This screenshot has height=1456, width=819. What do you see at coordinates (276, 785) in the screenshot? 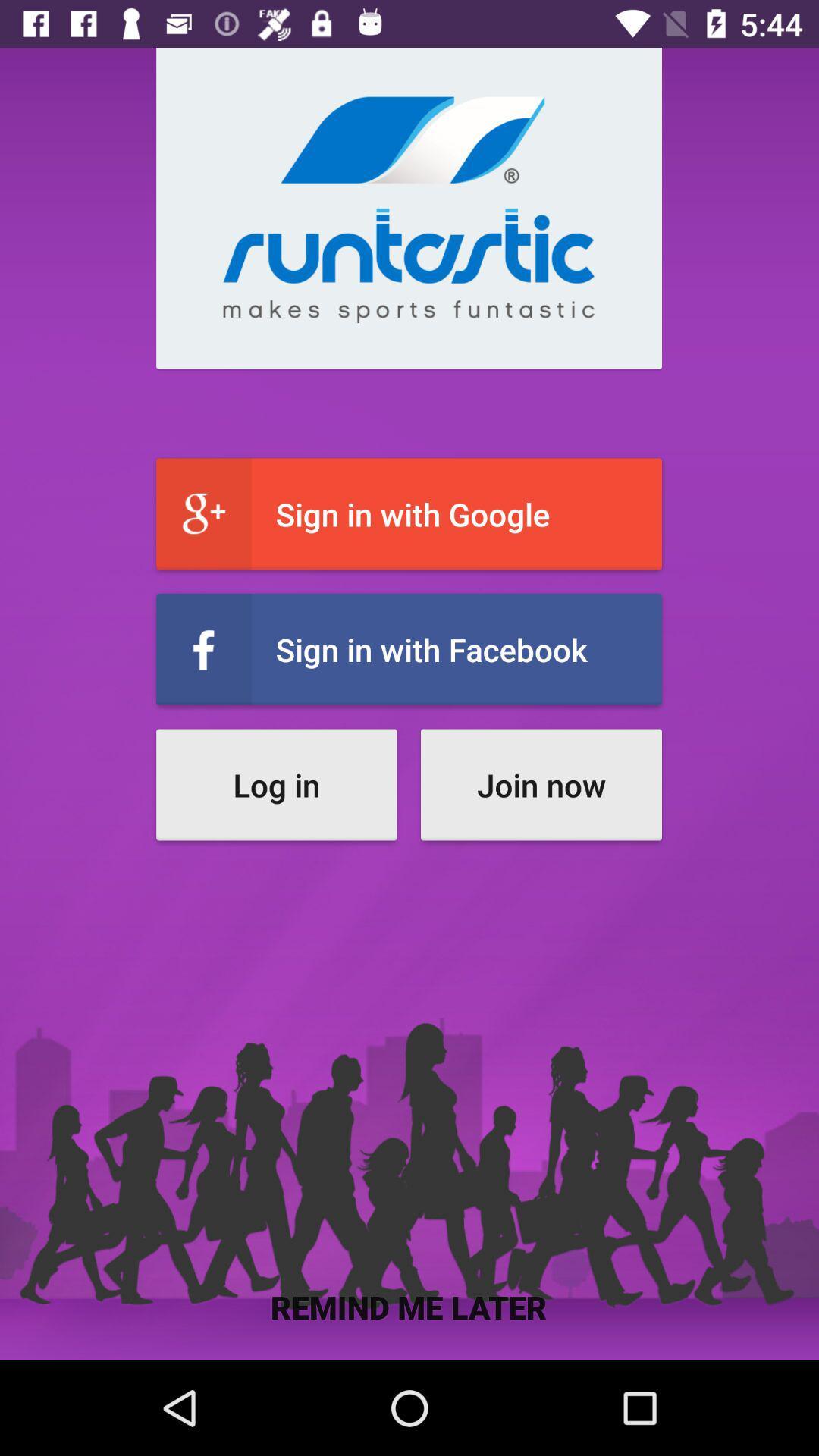
I see `icon next to the join now button` at bounding box center [276, 785].